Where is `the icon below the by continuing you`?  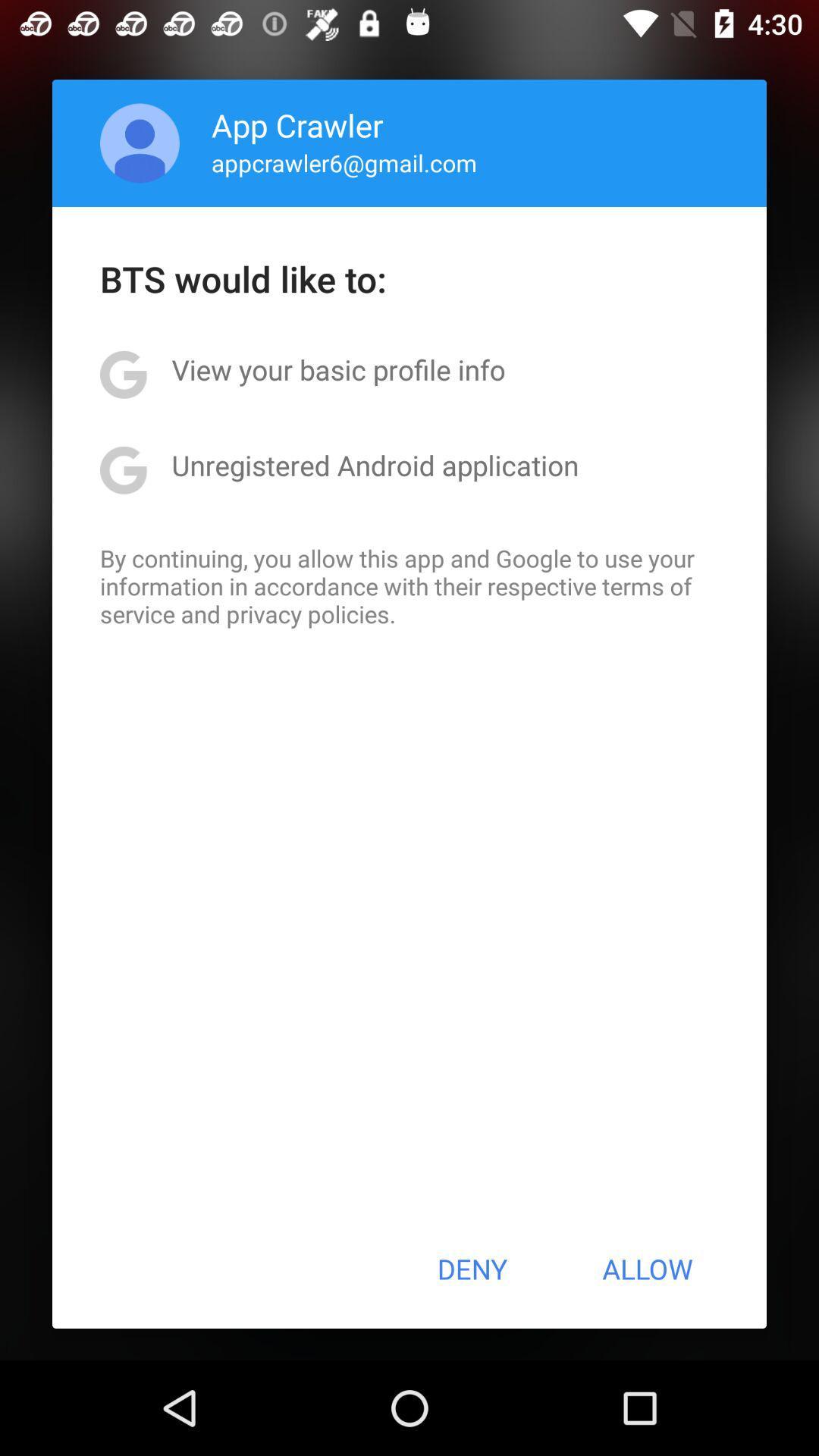
the icon below the by continuing you is located at coordinates (471, 1269).